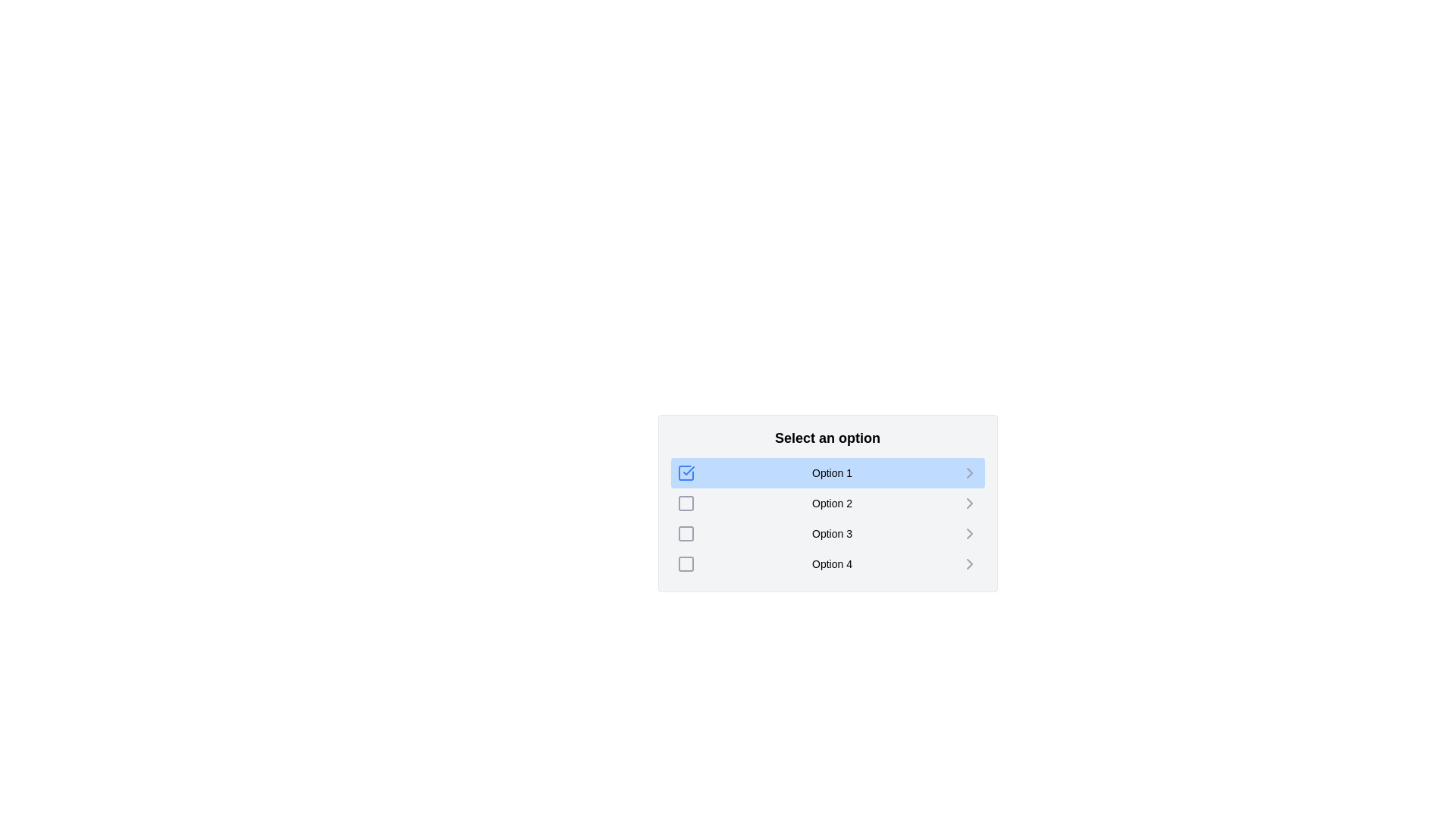 Image resolution: width=1456 pixels, height=819 pixels. Describe the element at coordinates (968, 503) in the screenshot. I see `the chevron icon located at the far-right of the 'Option 2' row` at that location.